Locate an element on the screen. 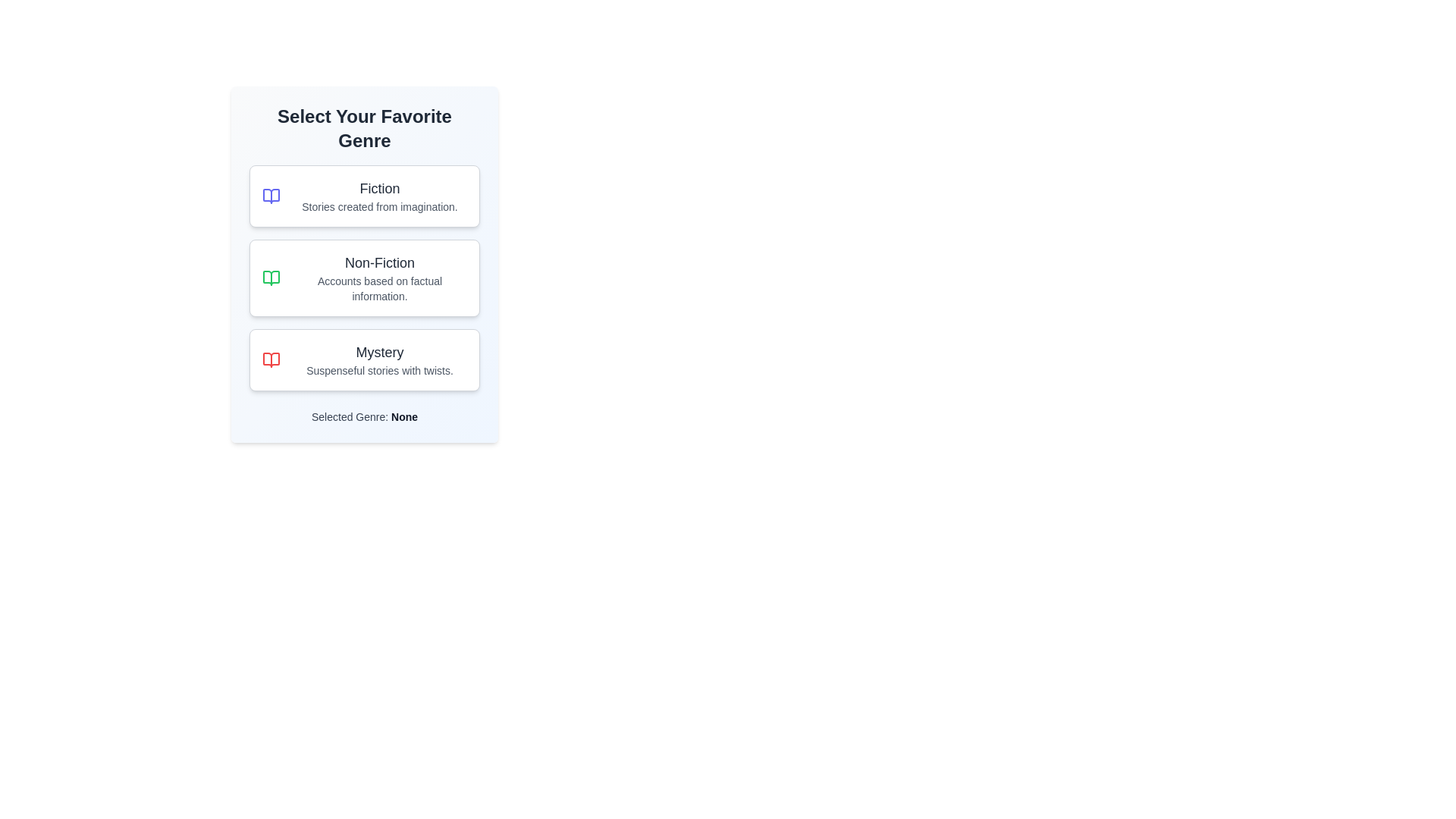 This screenshot has width=1456, height=819. text label displaying 'Mystery' located at the top of the third card in a vertically stacked list of cards is located at coordinates (379, 353).